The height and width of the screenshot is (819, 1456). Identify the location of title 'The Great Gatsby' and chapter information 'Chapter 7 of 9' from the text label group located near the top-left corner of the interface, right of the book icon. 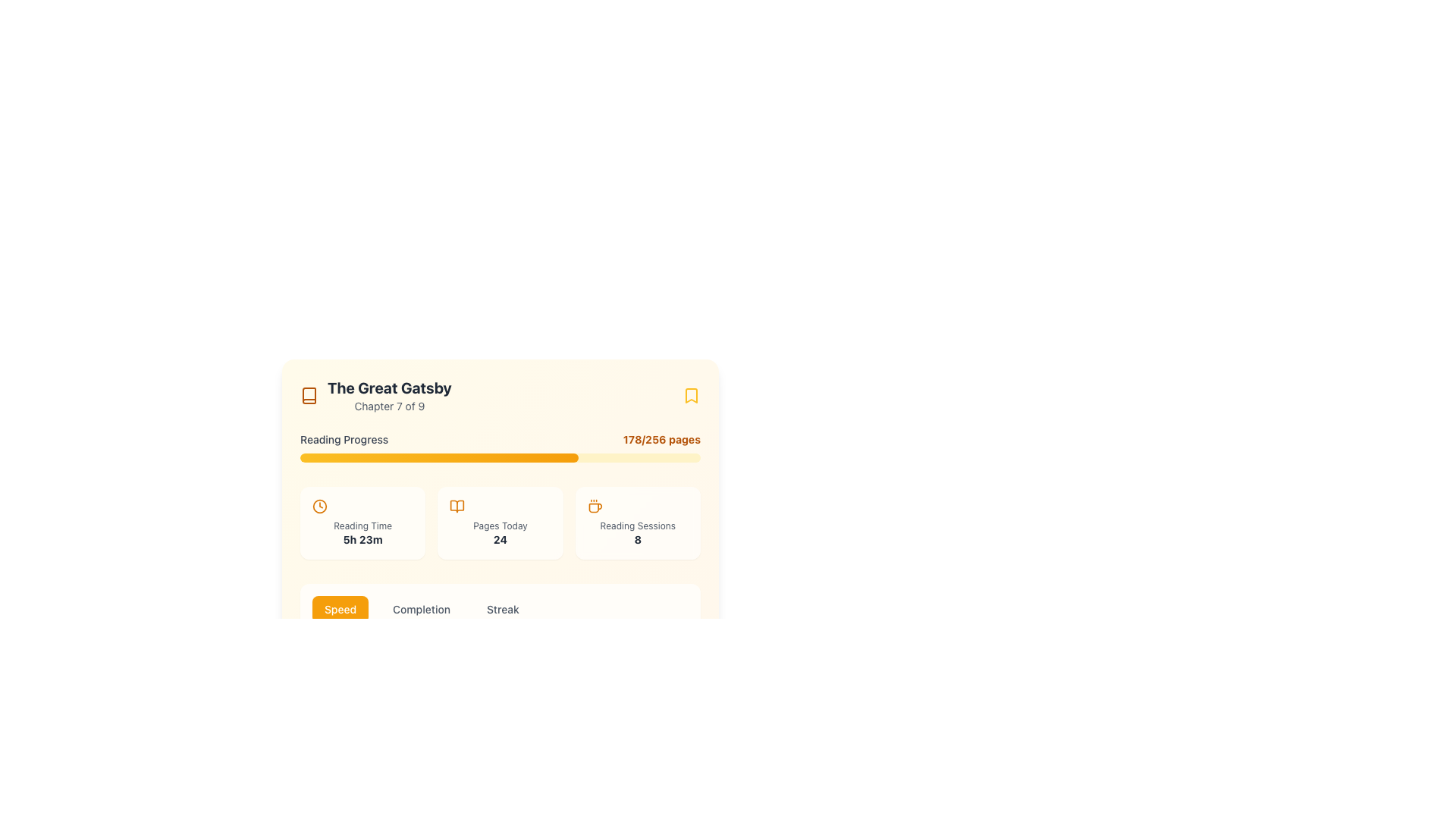
(389, 394).